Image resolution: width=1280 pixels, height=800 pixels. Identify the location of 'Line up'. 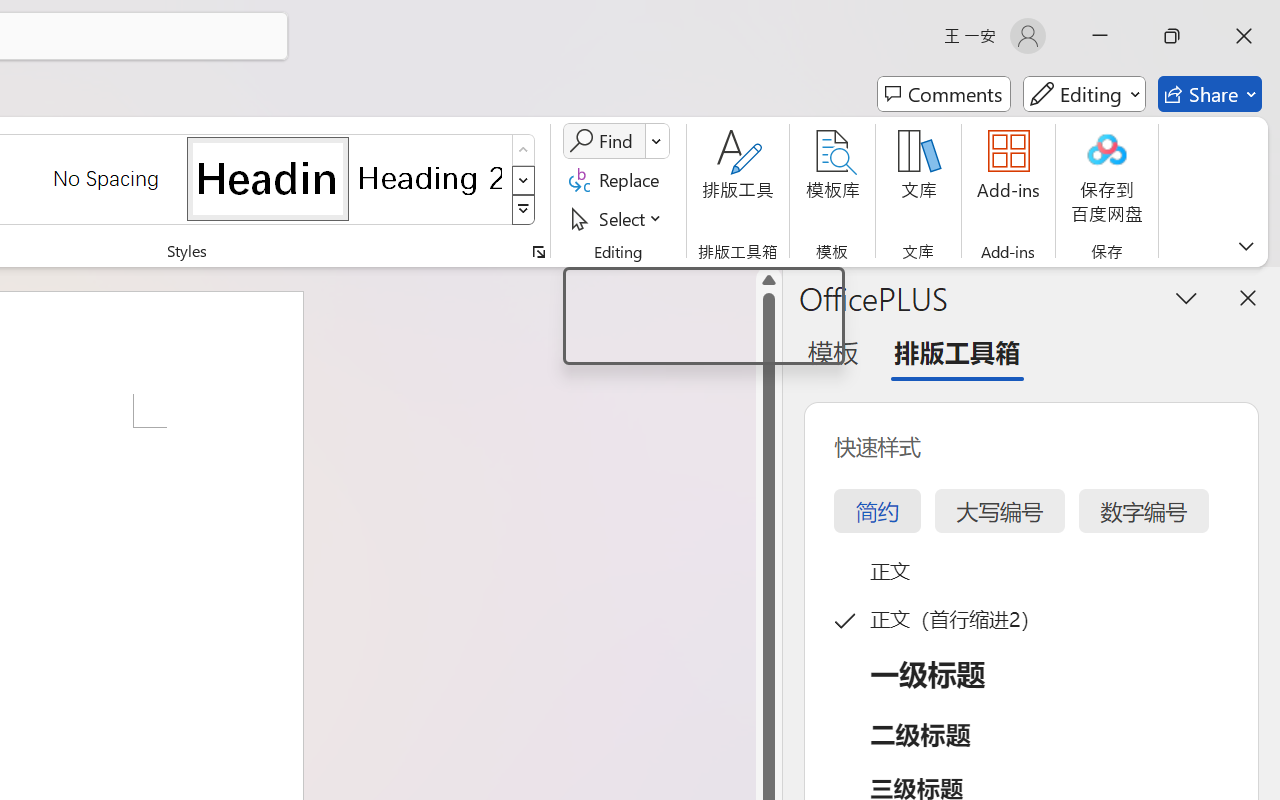
(768, 280).